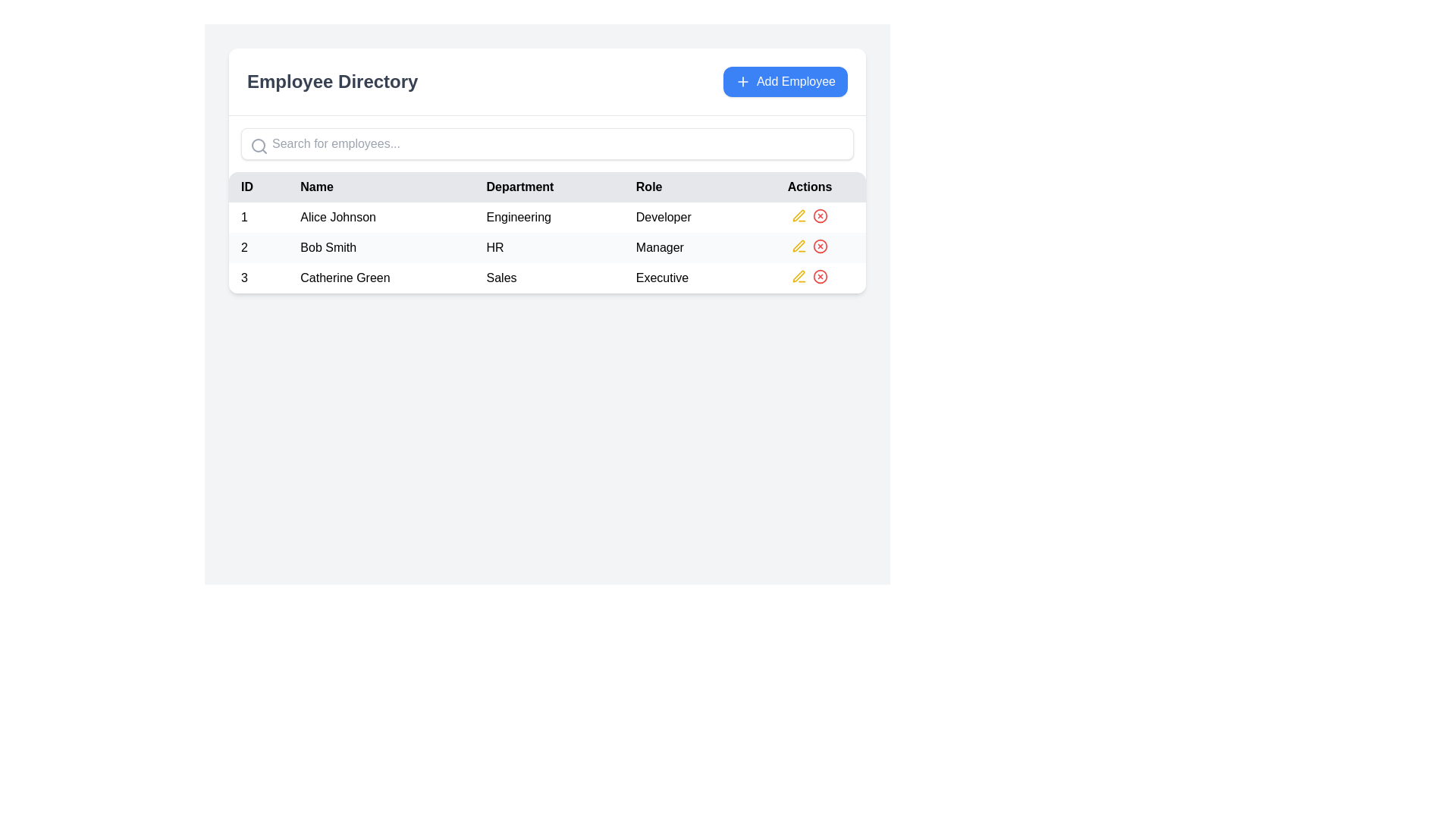  What do you see at coordinates (819, 245) in the screenshot?
I see `the circular icon button with a red border and a red 'X' in the Actions column of the second row in the employee directory table` at bounding box center [819, 245].